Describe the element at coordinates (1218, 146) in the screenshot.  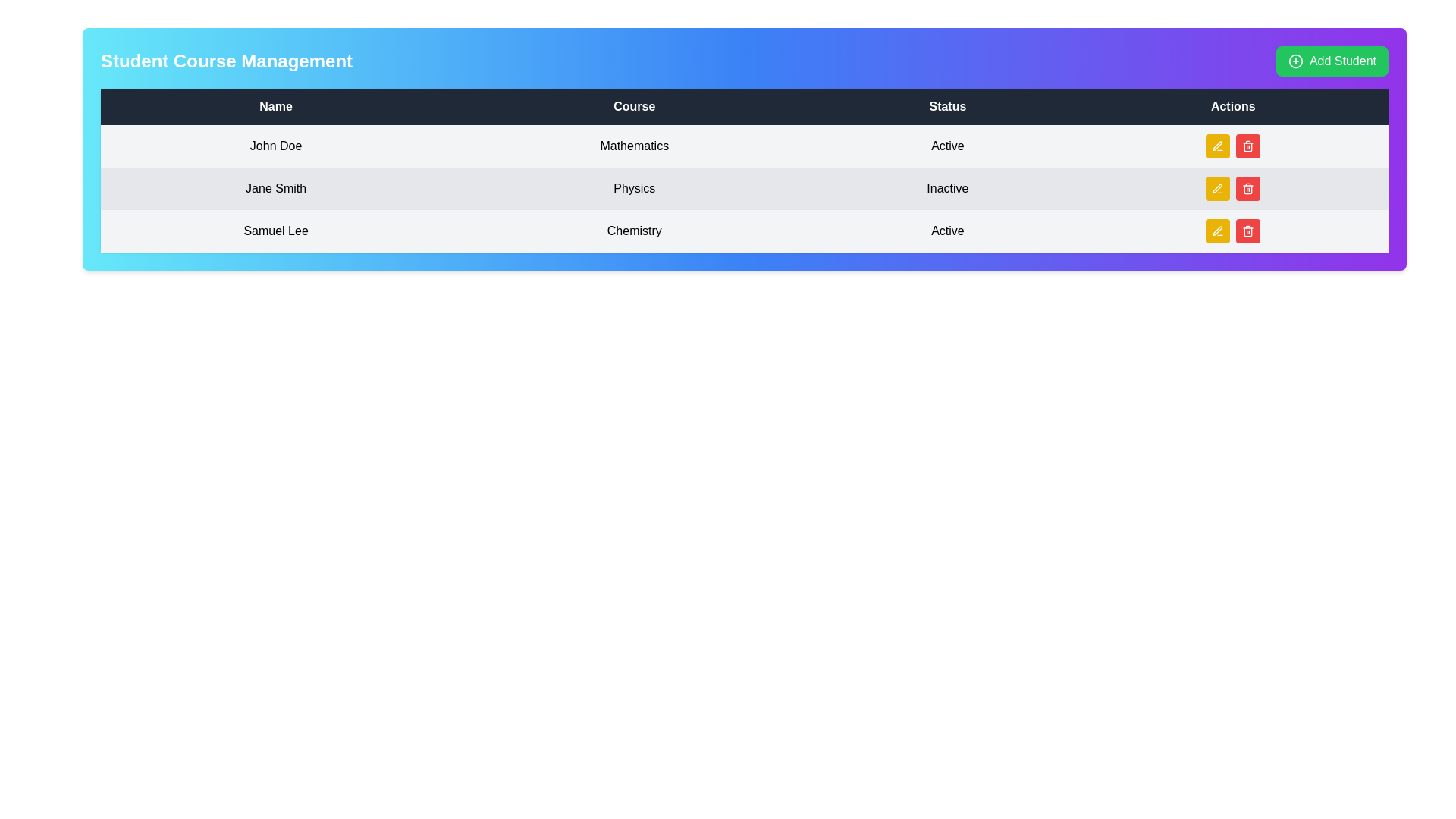
I see `the leftmost edit icon button located in the third row of the 'Actions' column in the table` at that location.